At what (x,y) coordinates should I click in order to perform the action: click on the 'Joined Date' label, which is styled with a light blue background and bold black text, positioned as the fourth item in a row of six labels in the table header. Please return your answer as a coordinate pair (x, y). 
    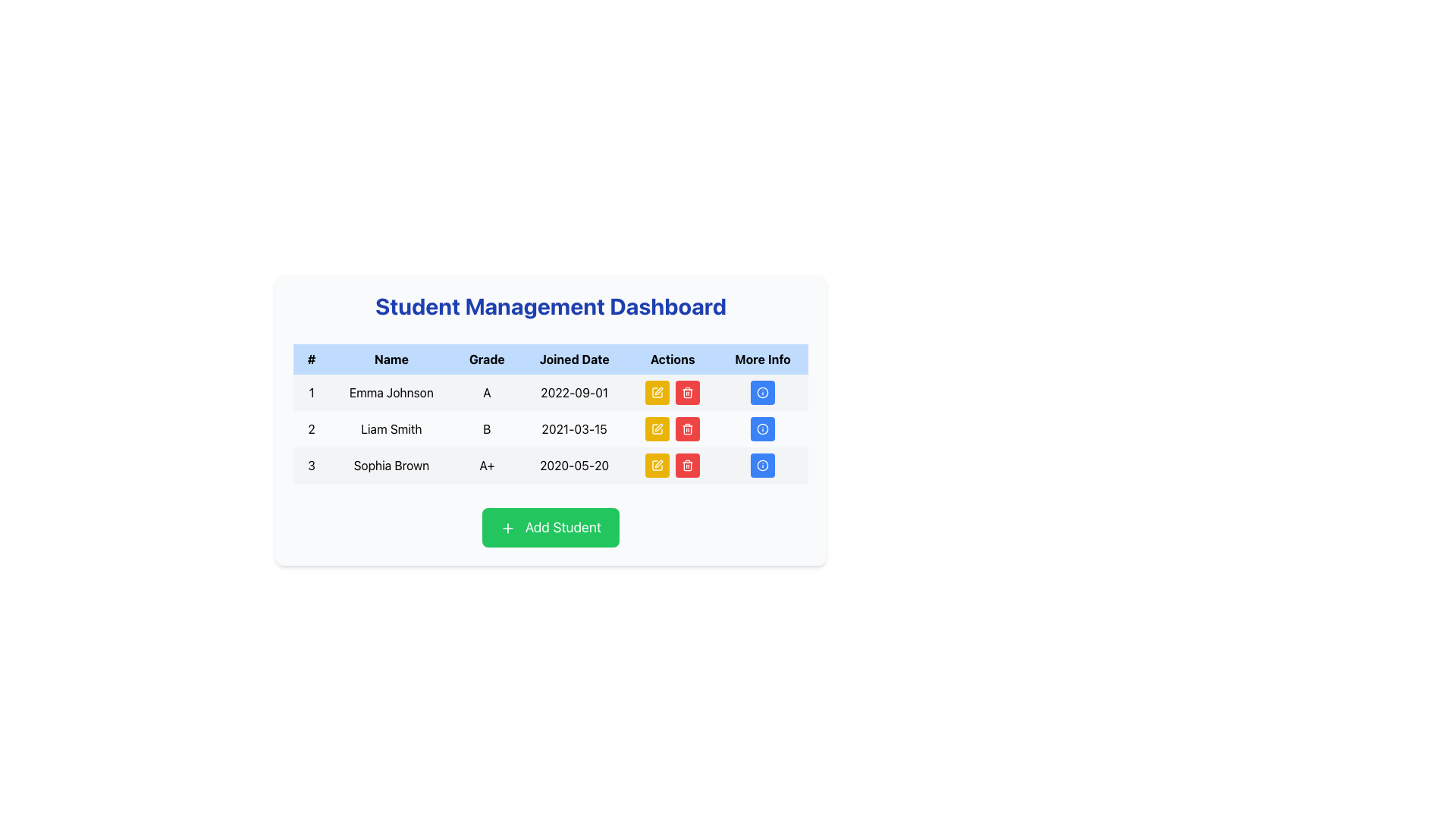
    Looking at the image, I should click on (573, 359).